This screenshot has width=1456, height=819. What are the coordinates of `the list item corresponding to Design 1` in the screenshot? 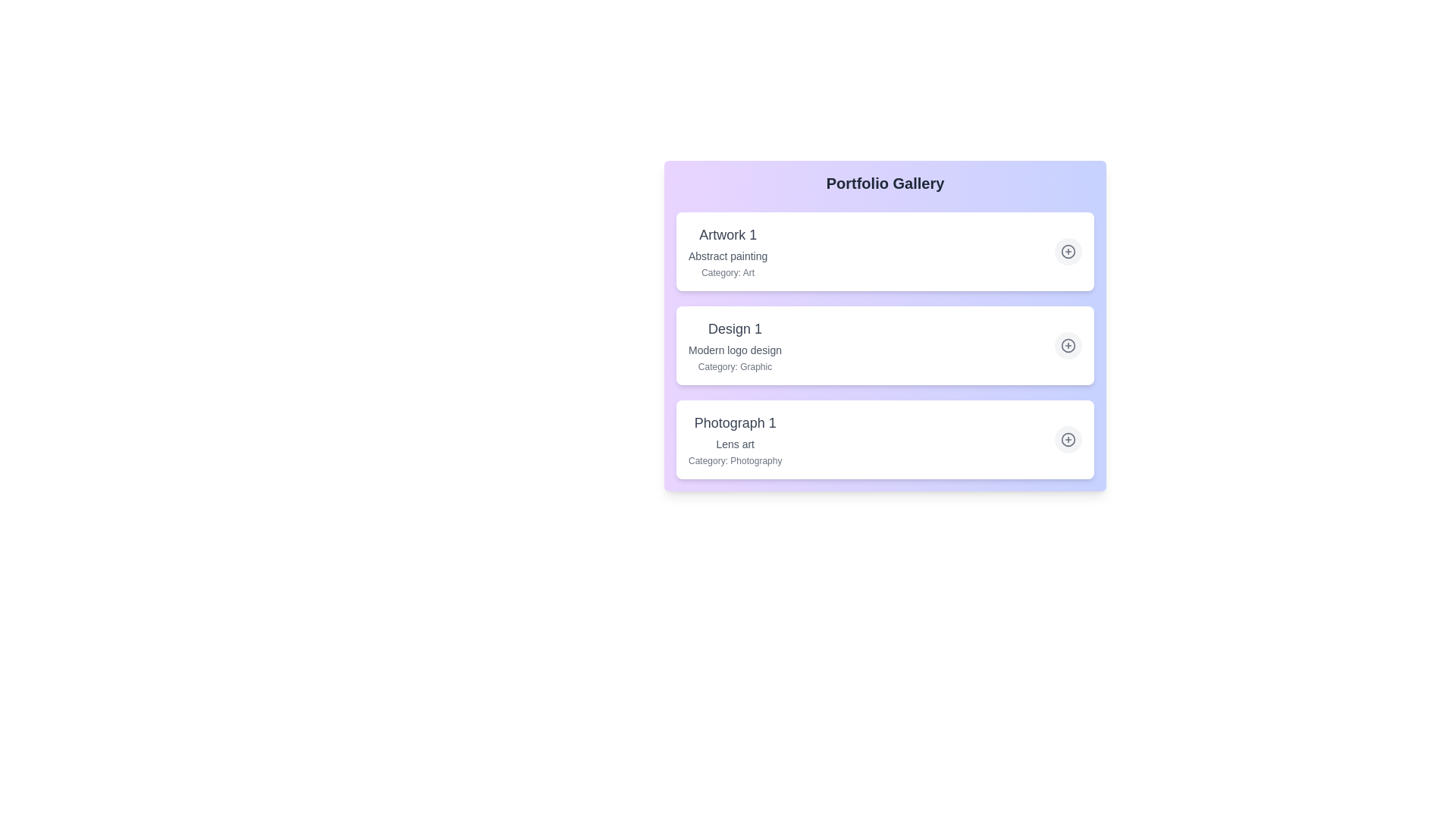 It's located at (885, 345).